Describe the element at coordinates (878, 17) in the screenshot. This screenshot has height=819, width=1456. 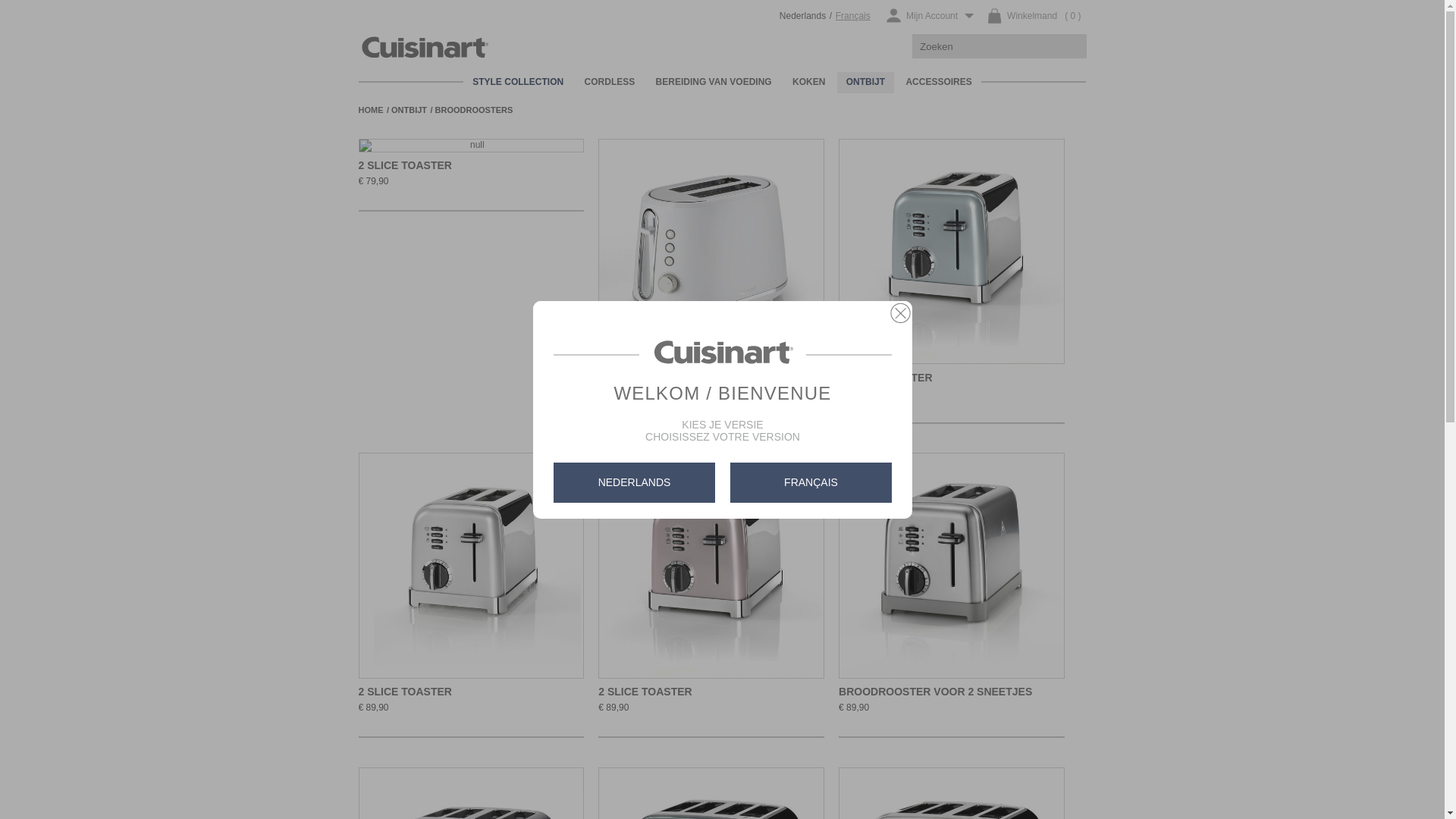
I see `'Mijn Account'` at that location.